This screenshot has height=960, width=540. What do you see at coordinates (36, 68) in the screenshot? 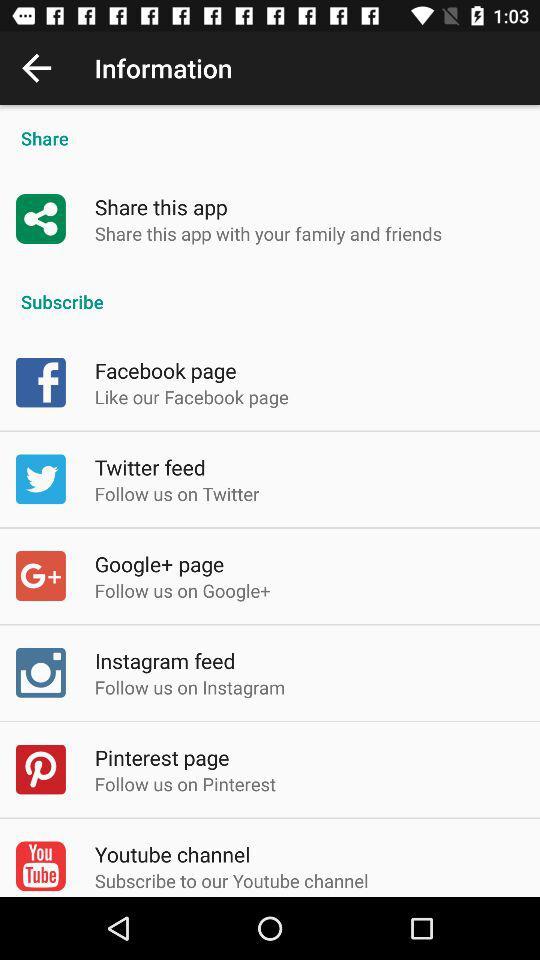
I see `item above the share item` at bounding box center [36, 68].